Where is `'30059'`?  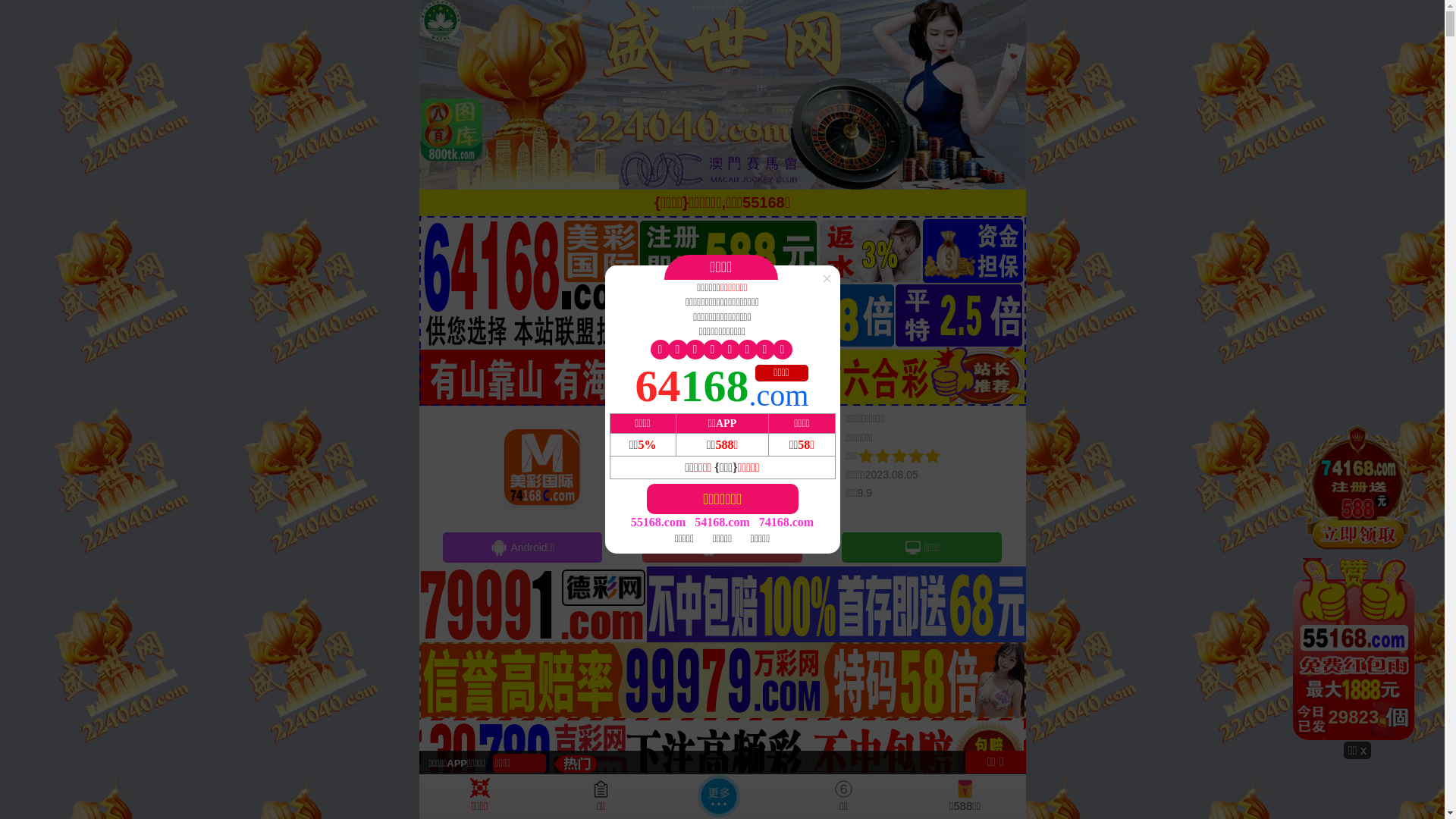
'30059' is located at coordinates (1357, 581).